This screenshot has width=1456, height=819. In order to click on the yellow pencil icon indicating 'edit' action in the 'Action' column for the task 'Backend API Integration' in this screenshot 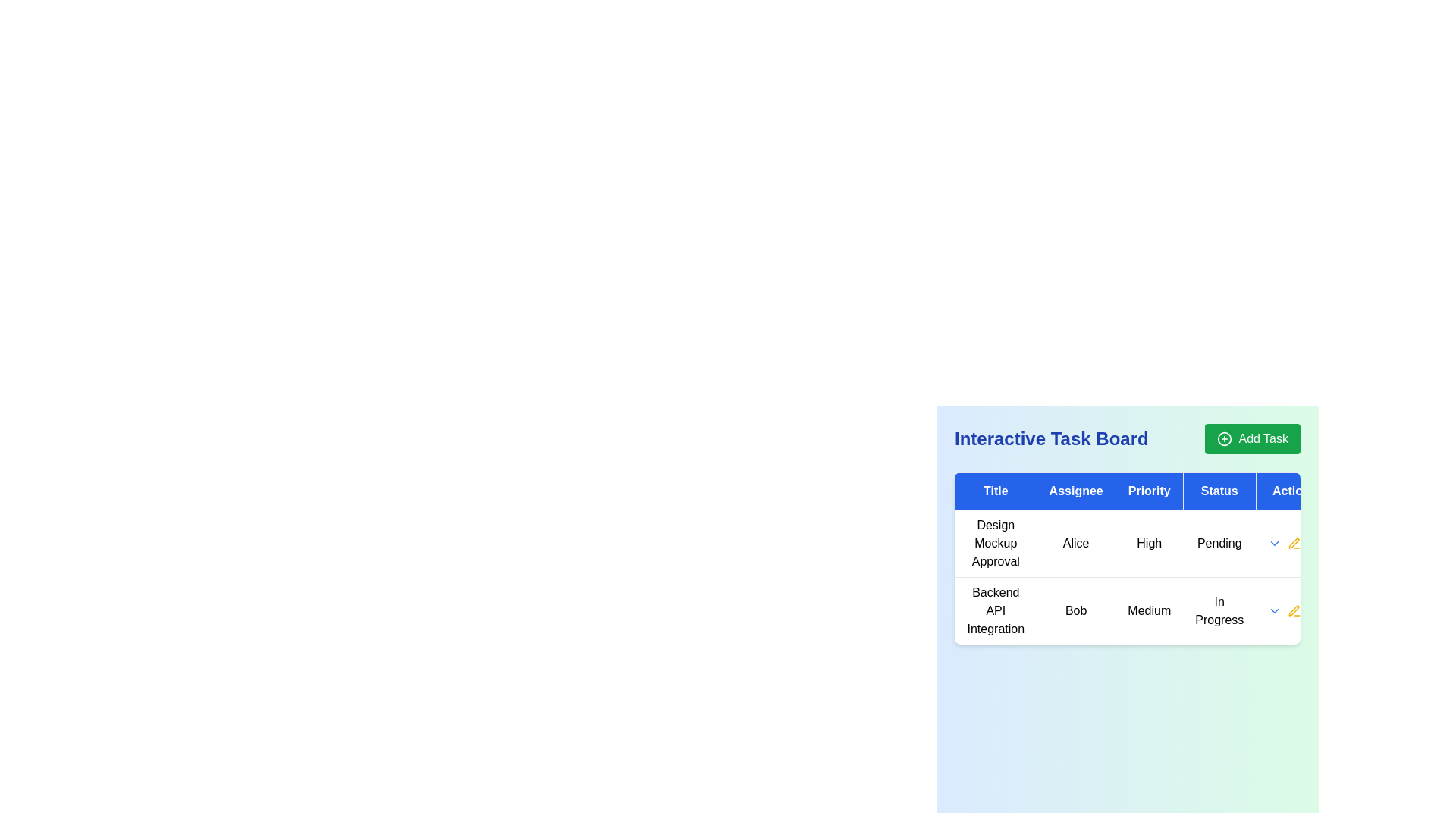, I will do `click(1294, 610)`.